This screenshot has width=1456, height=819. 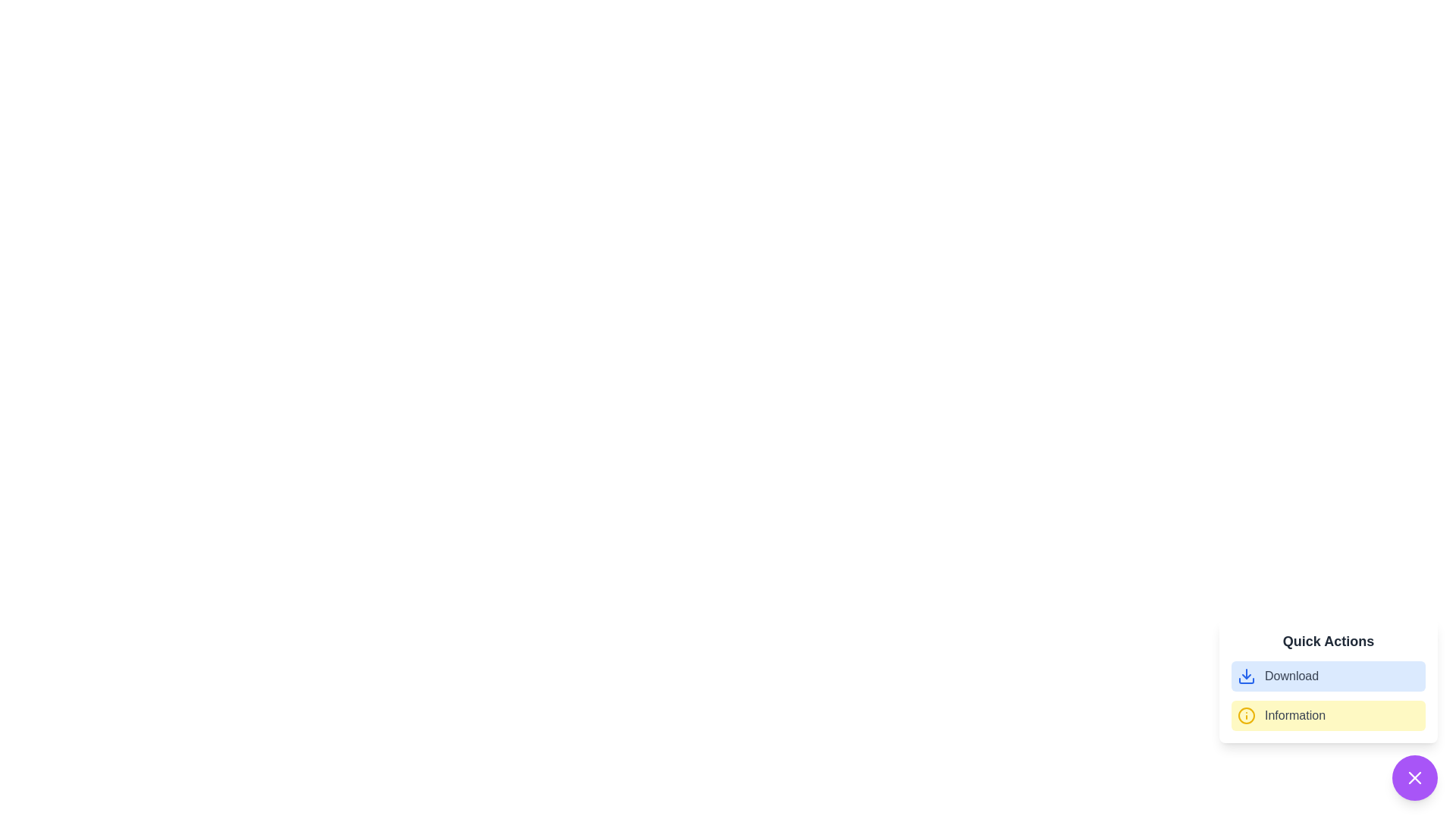 I want to click on the purple circular button that contains the SVG line element used, so click(x=1414, y=778).